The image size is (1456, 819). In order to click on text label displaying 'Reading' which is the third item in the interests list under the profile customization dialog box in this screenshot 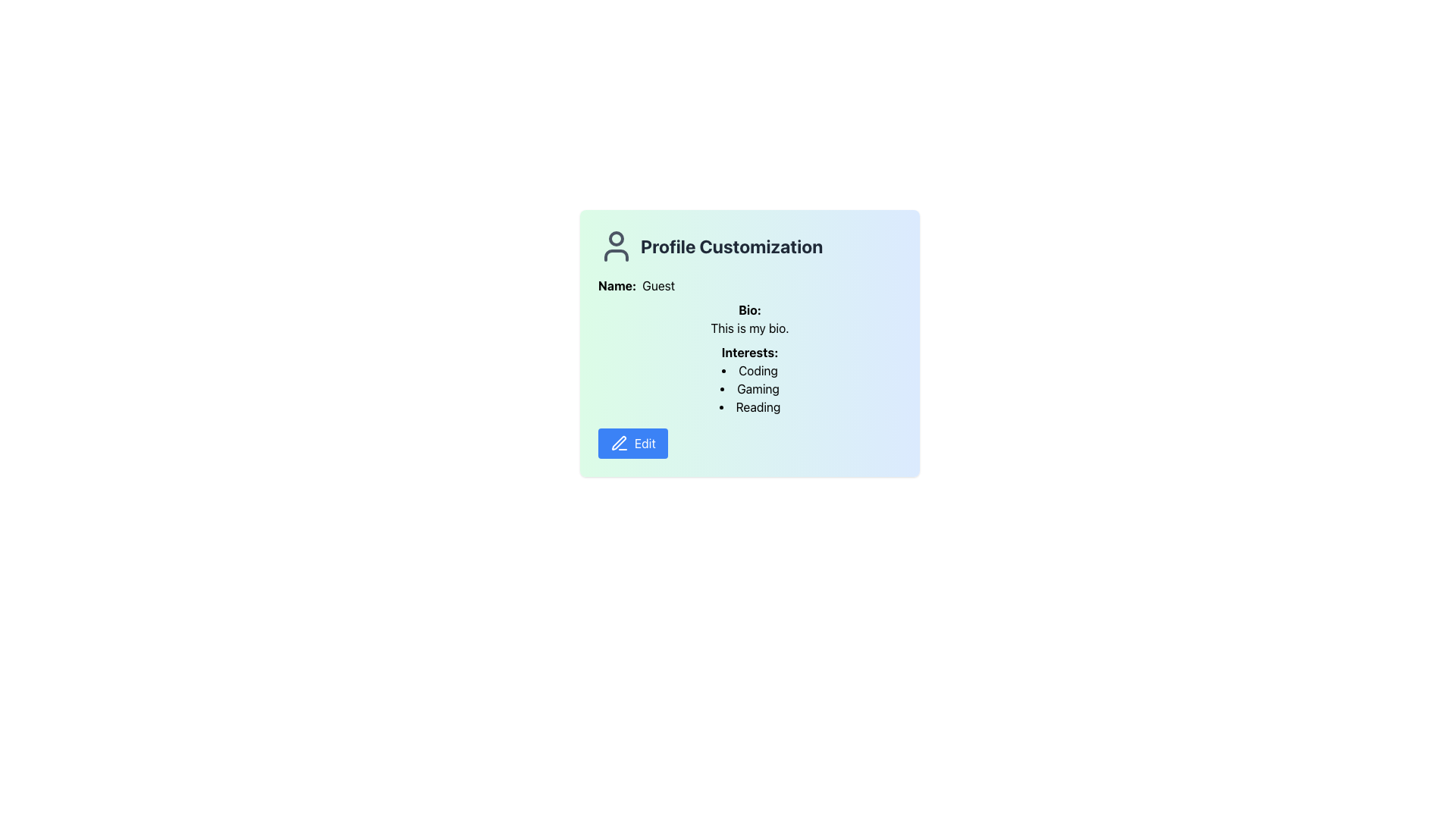, I will do `click(749, 406)`.